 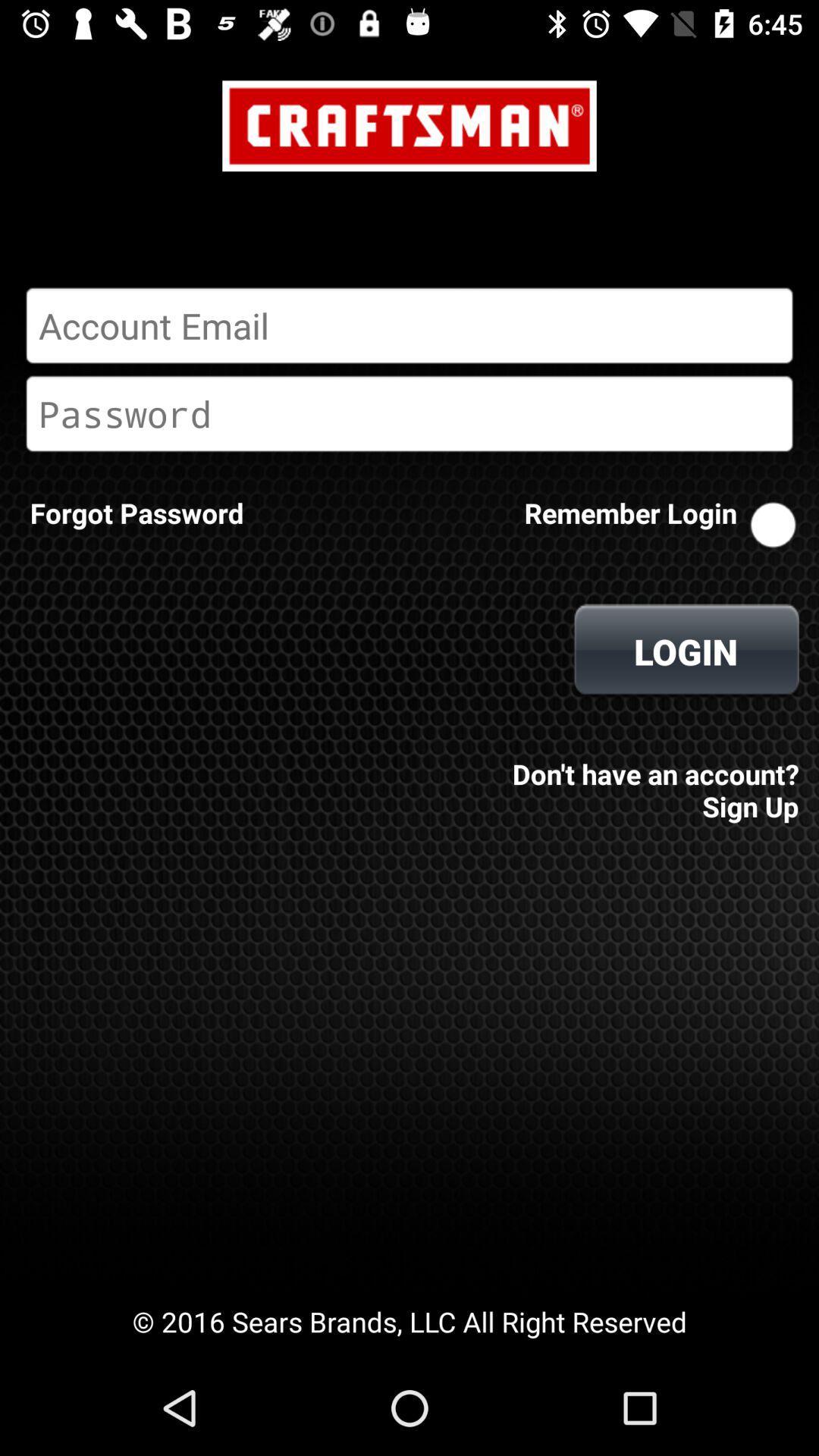 I want to click on forgot password icon, so click(x=136, y=513).